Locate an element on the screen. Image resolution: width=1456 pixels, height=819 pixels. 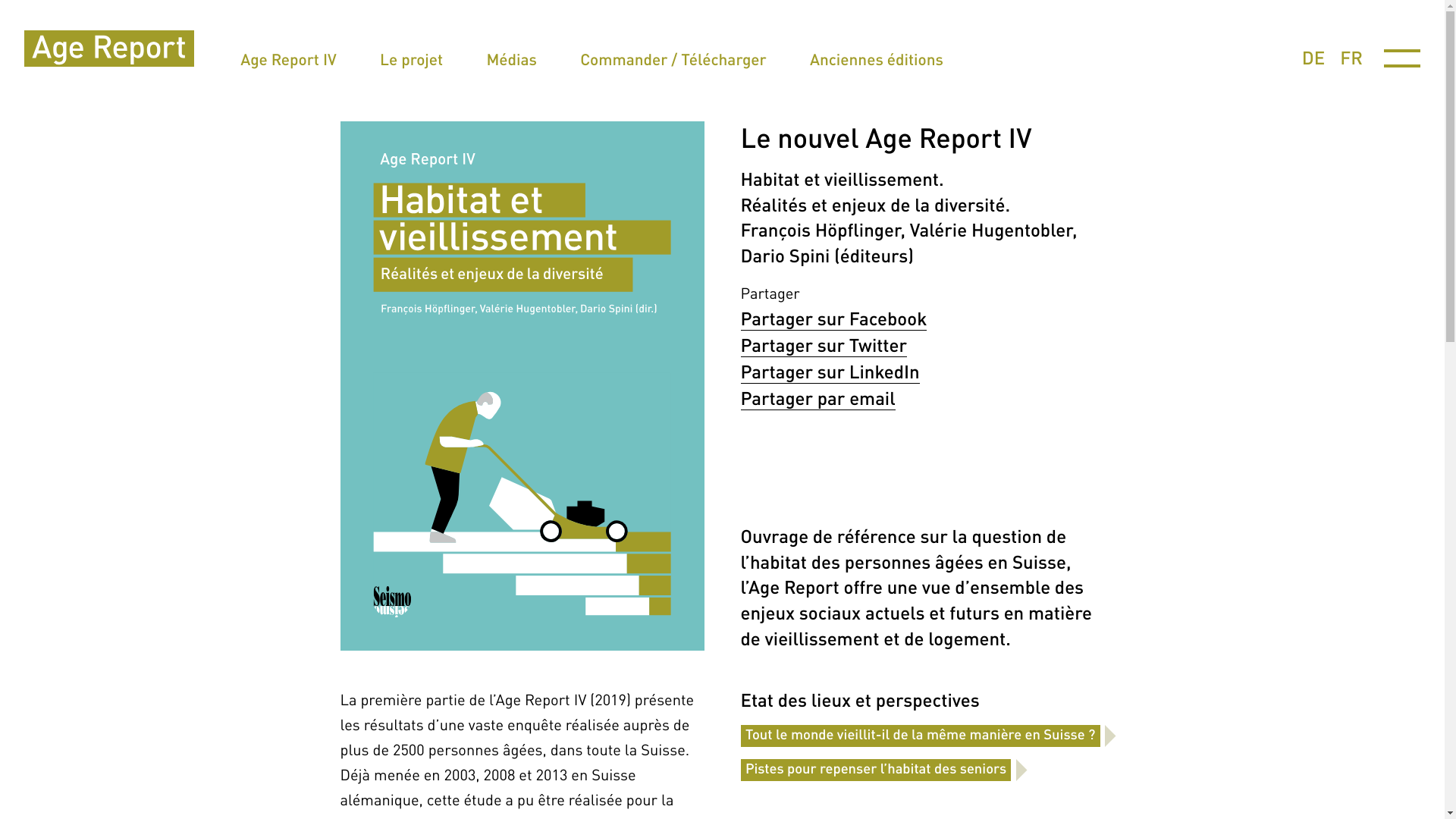
'Partager sur Twitter' is located at coordinates (822, 345).